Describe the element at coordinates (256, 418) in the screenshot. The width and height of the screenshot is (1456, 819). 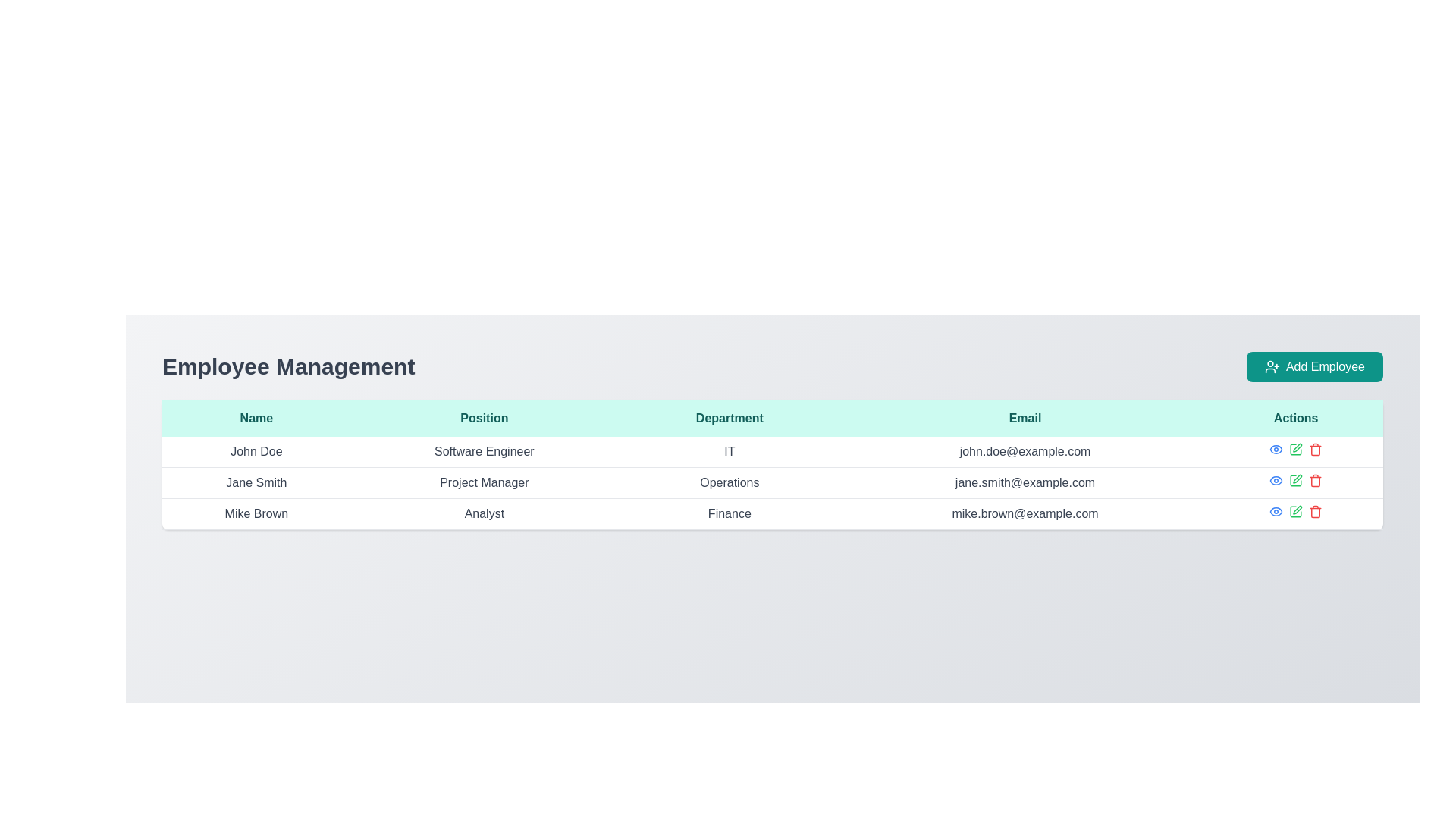
I see `the table header labeled 'Name', which is styled in bold teal color and is the first header in the row of a table` at that location.